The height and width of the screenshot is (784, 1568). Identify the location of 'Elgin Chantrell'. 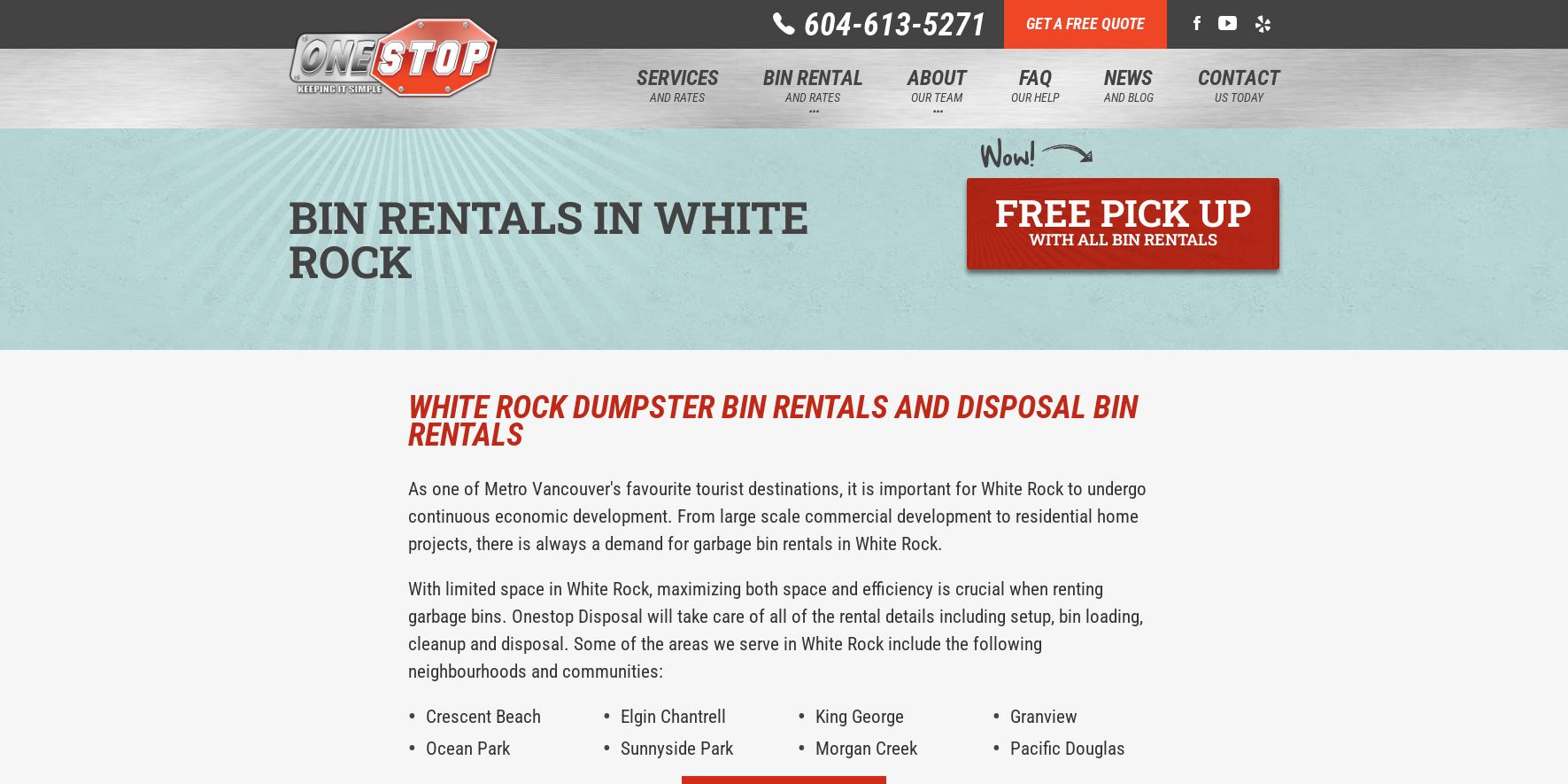
(672, 716).